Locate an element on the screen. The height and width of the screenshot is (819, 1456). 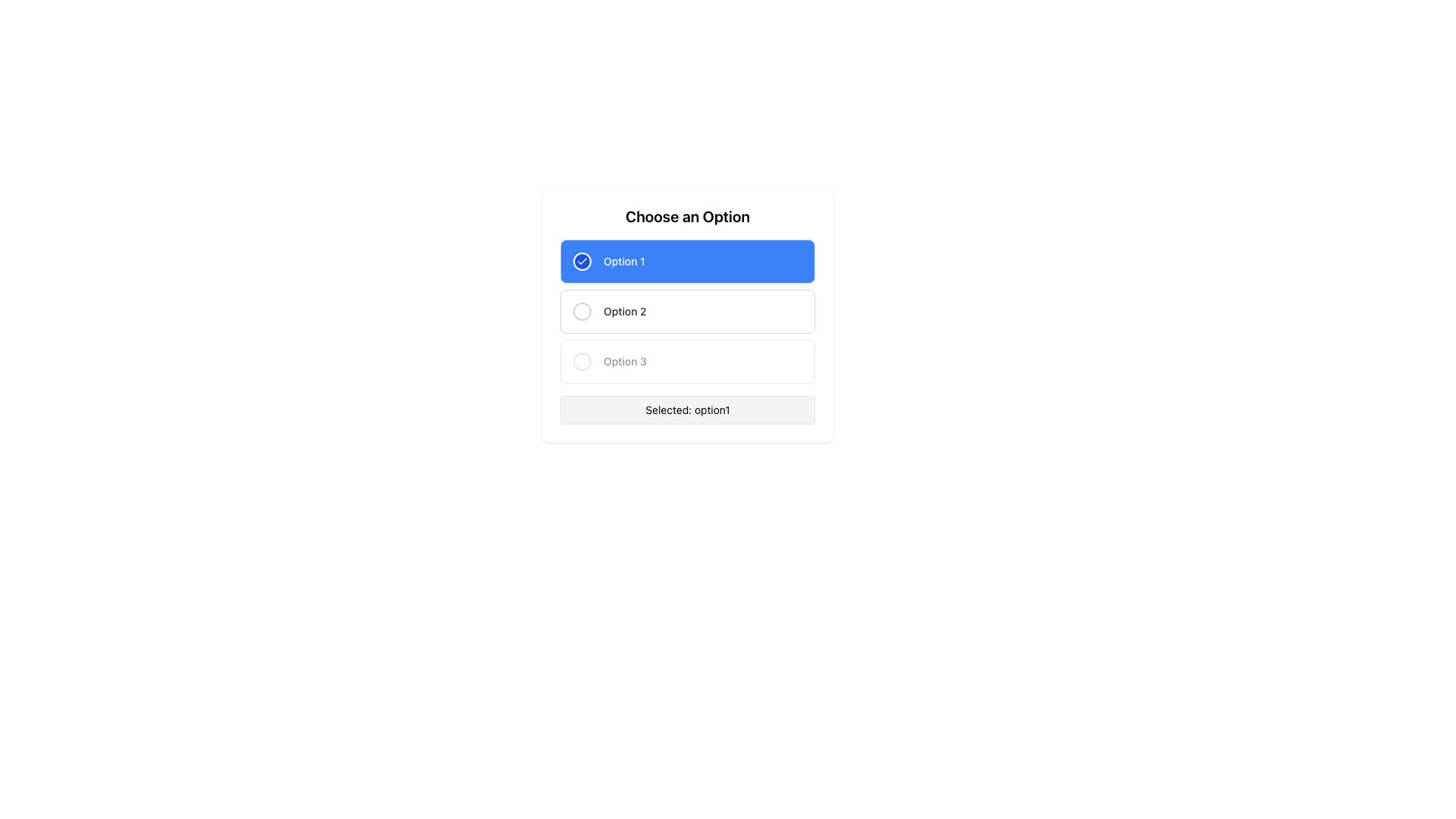
the static text label 'Option 1' which is styled with a small font size and medium weight, located to the right of a circular checkbox indicator in the 'Choose an Option' panel is located at coordinates (624, 260).